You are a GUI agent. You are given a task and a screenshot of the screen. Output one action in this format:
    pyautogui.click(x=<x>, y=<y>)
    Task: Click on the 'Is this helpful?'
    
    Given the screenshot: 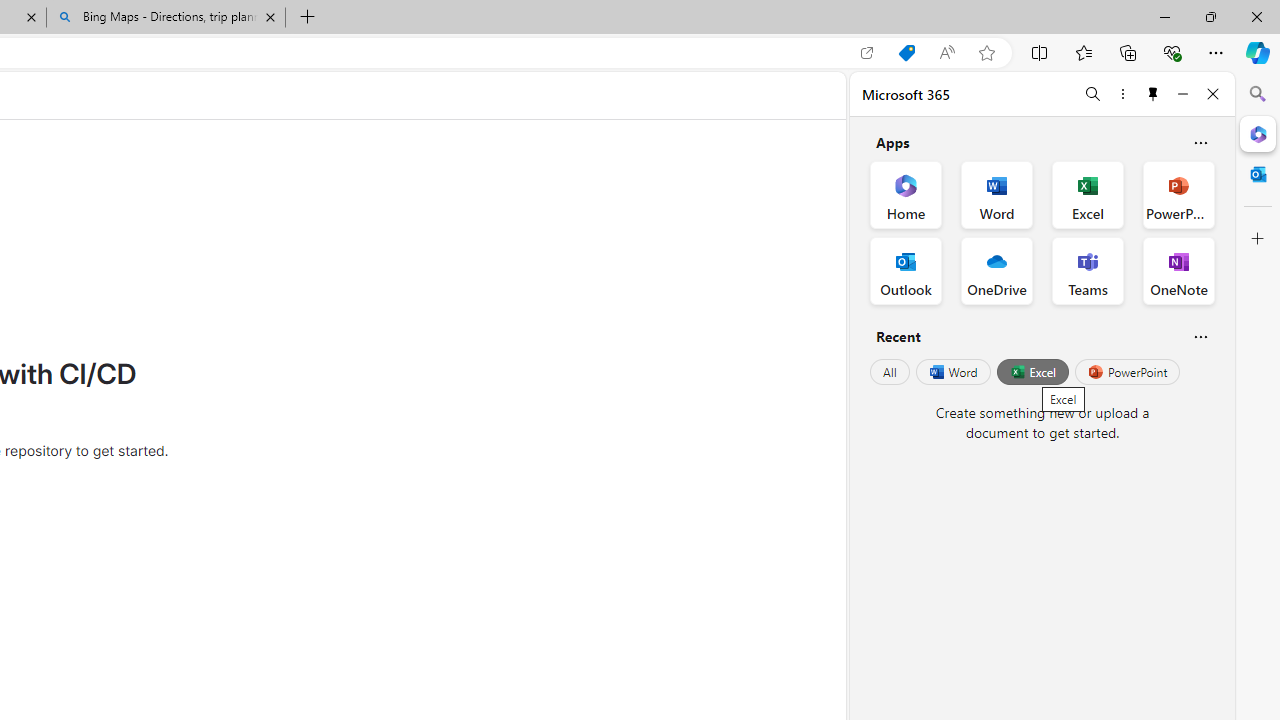 What is the action you would take?
    pyautogui.click(x=1200, y=335)
    